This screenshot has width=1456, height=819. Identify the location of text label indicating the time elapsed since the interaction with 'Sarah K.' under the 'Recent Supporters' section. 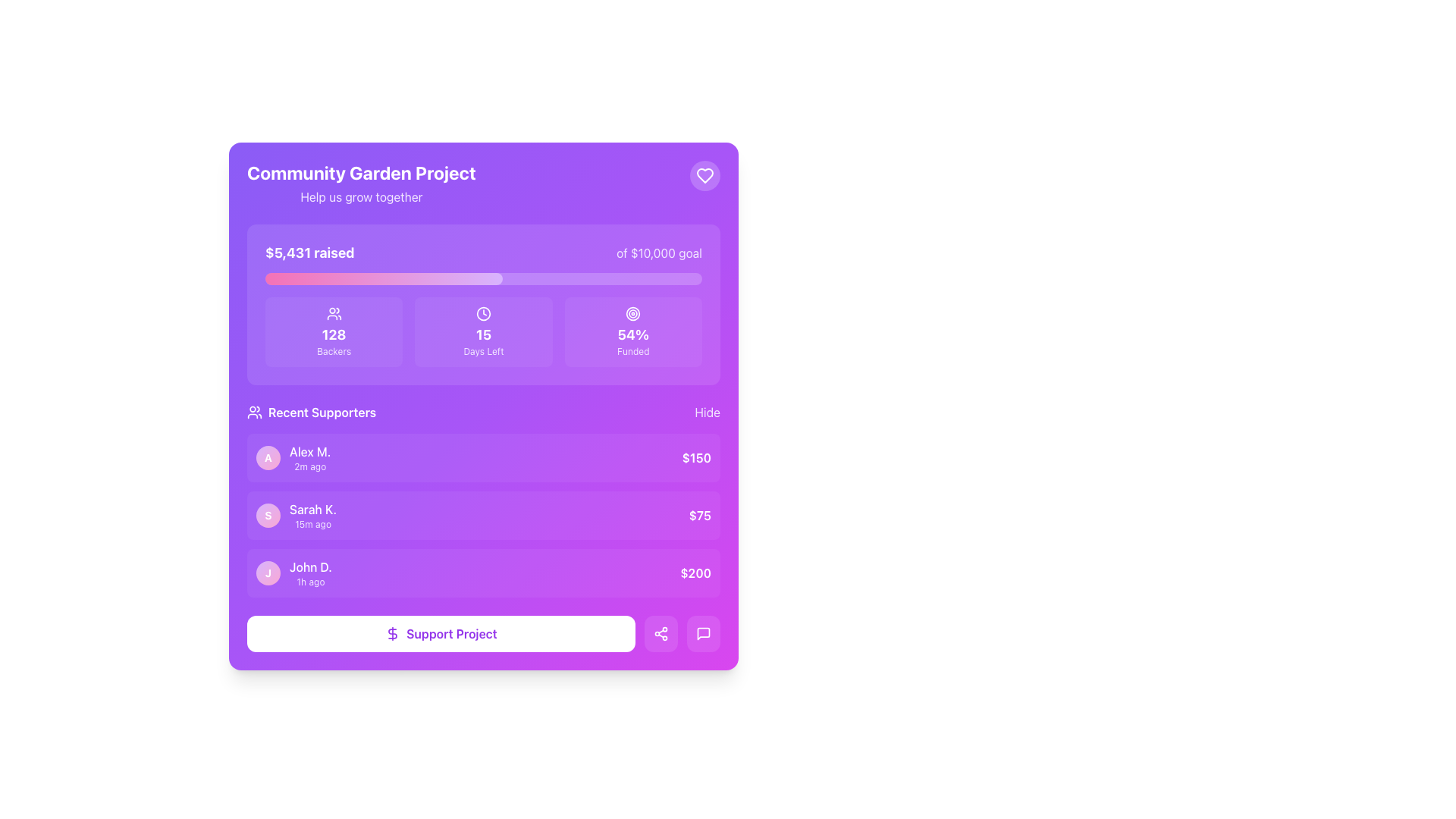
(312, 523).